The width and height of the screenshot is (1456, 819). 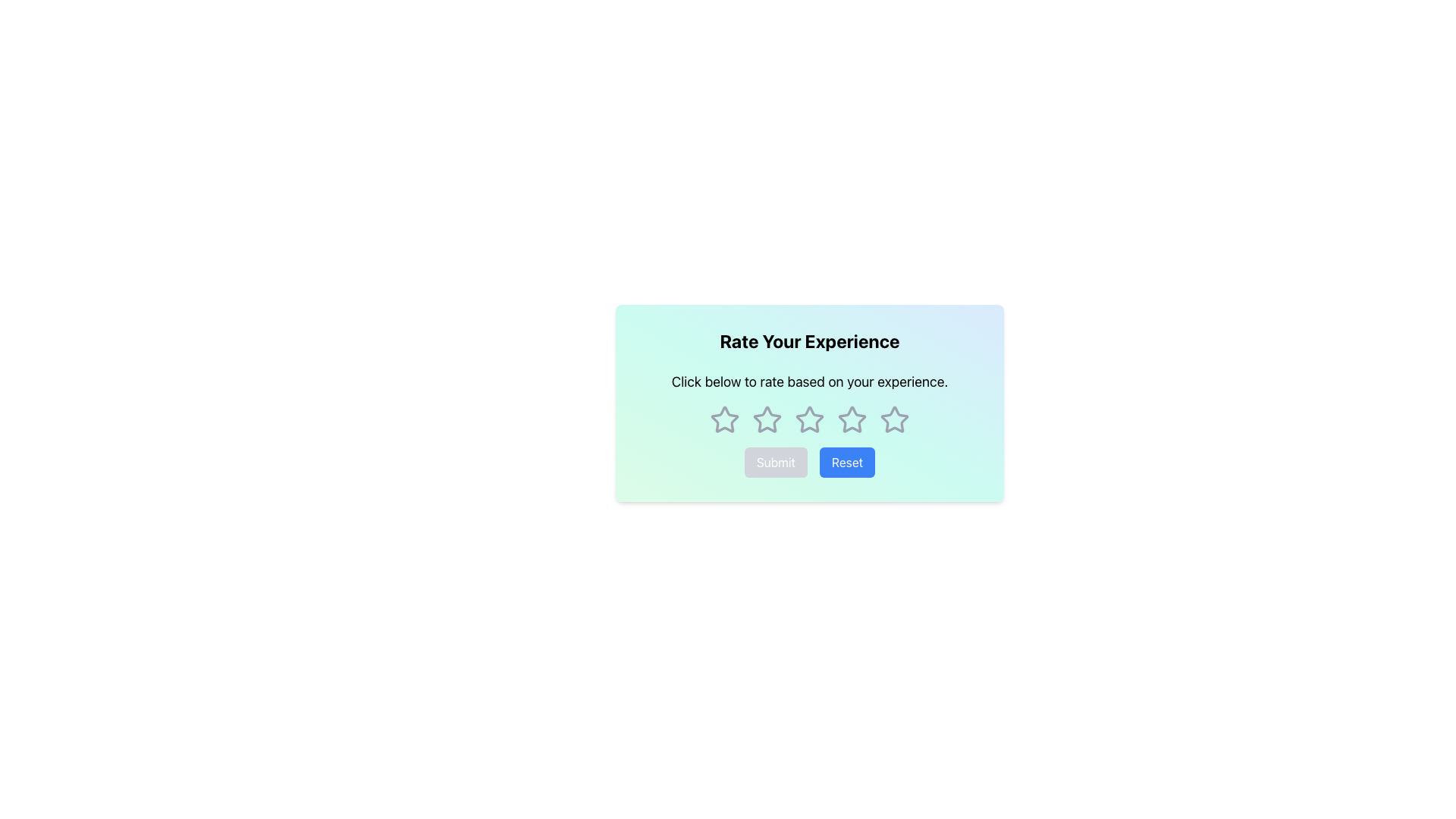 I want to click on the fifth star-shaped rating icon, which is gray and part of a rating system, to observe its hover effect, so click(x=852, y=420).